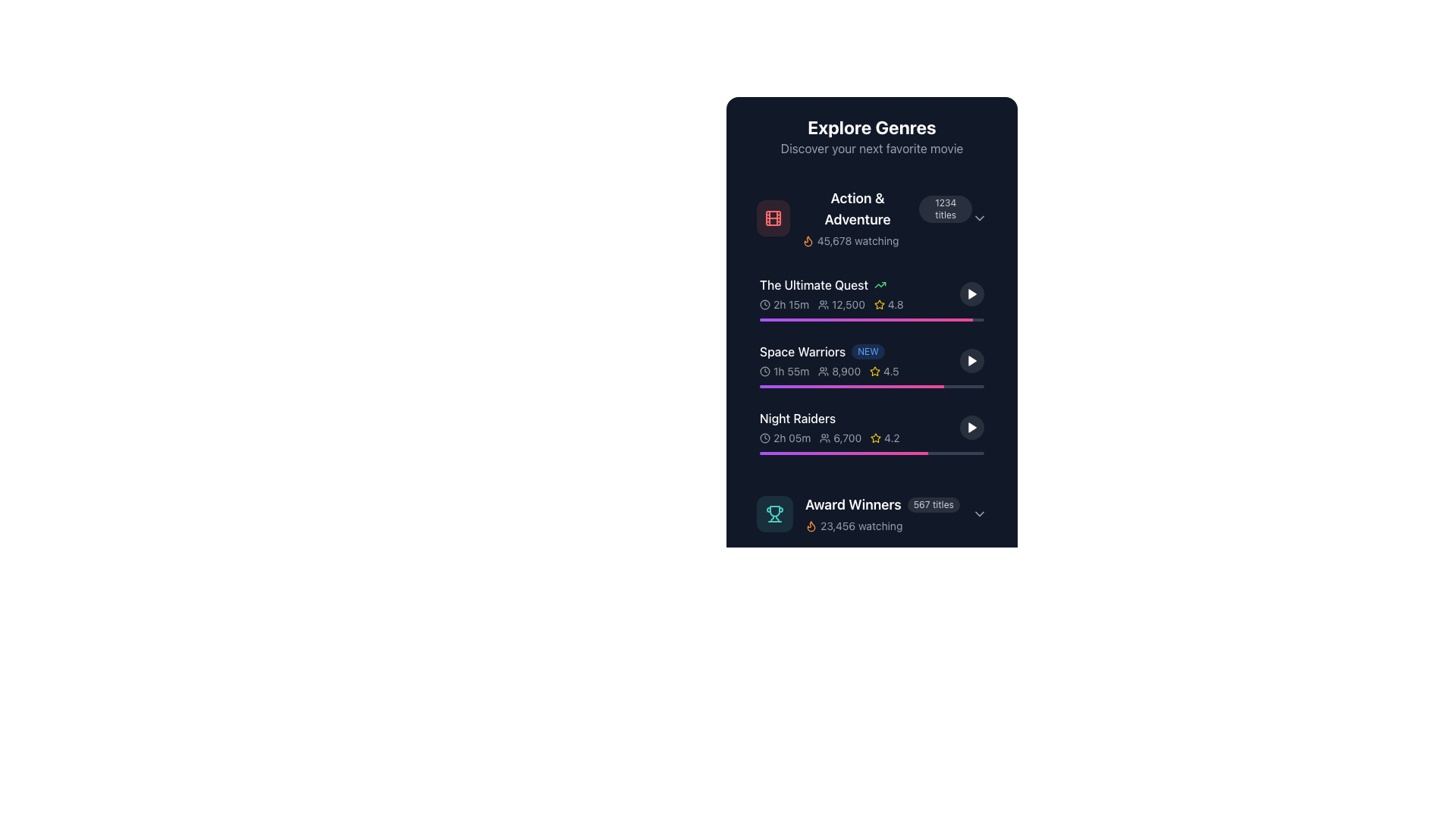 This screenshot has width=1456, height=819. What do you see at coordinates (839, 371) in the screenshot?
I see `the text label displaying '8,900' in a small, gray font, located in the 'Space Warriors' subsection under 'Explore Genres', positioned between a clock icon and a rating score indicator` at bounding box center [839, 371].